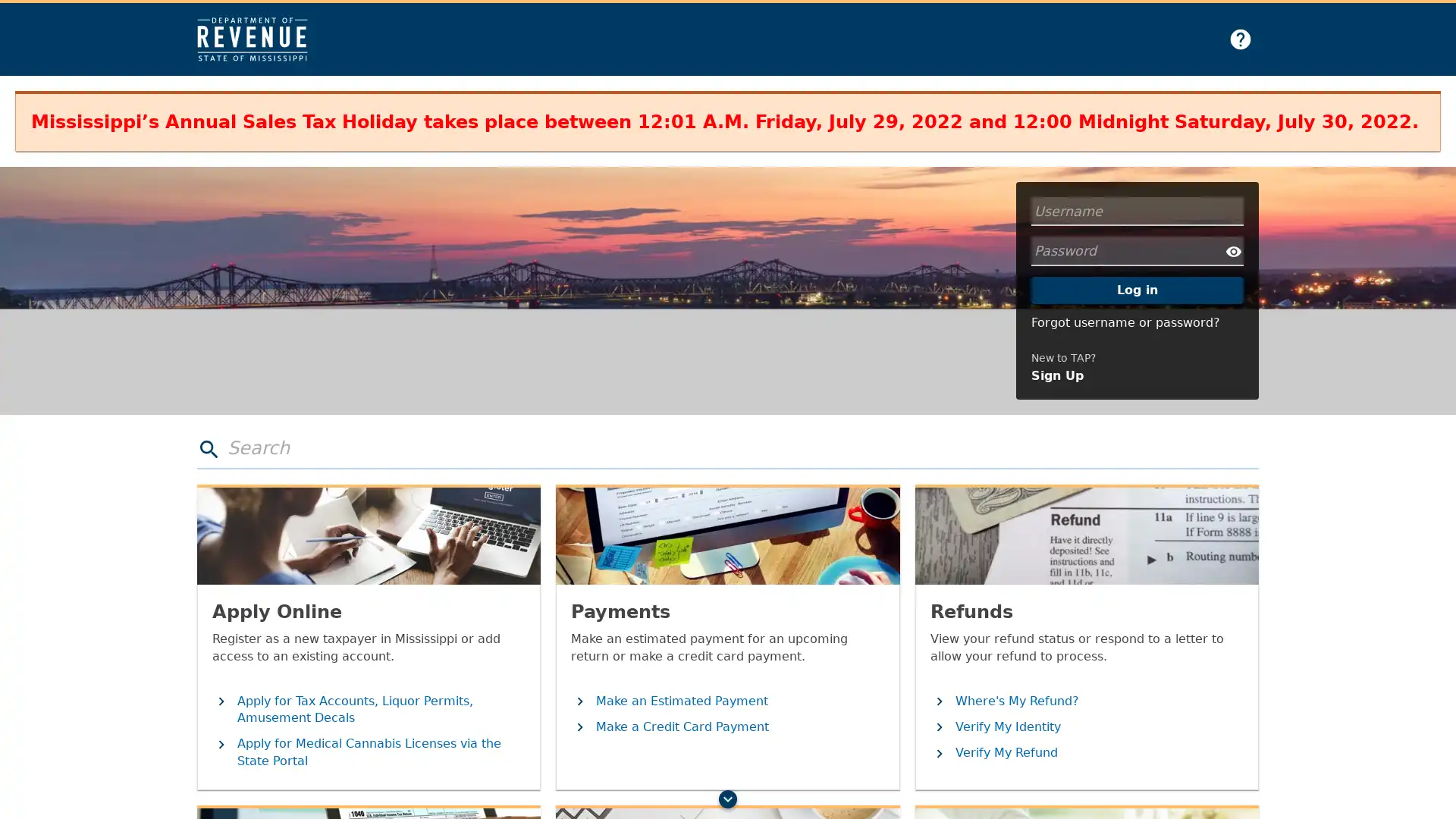  What do you see at coordinates (1234, 250) in the screenshot?
I see `Show/Hide Password` at bounding box center [1234, 250].